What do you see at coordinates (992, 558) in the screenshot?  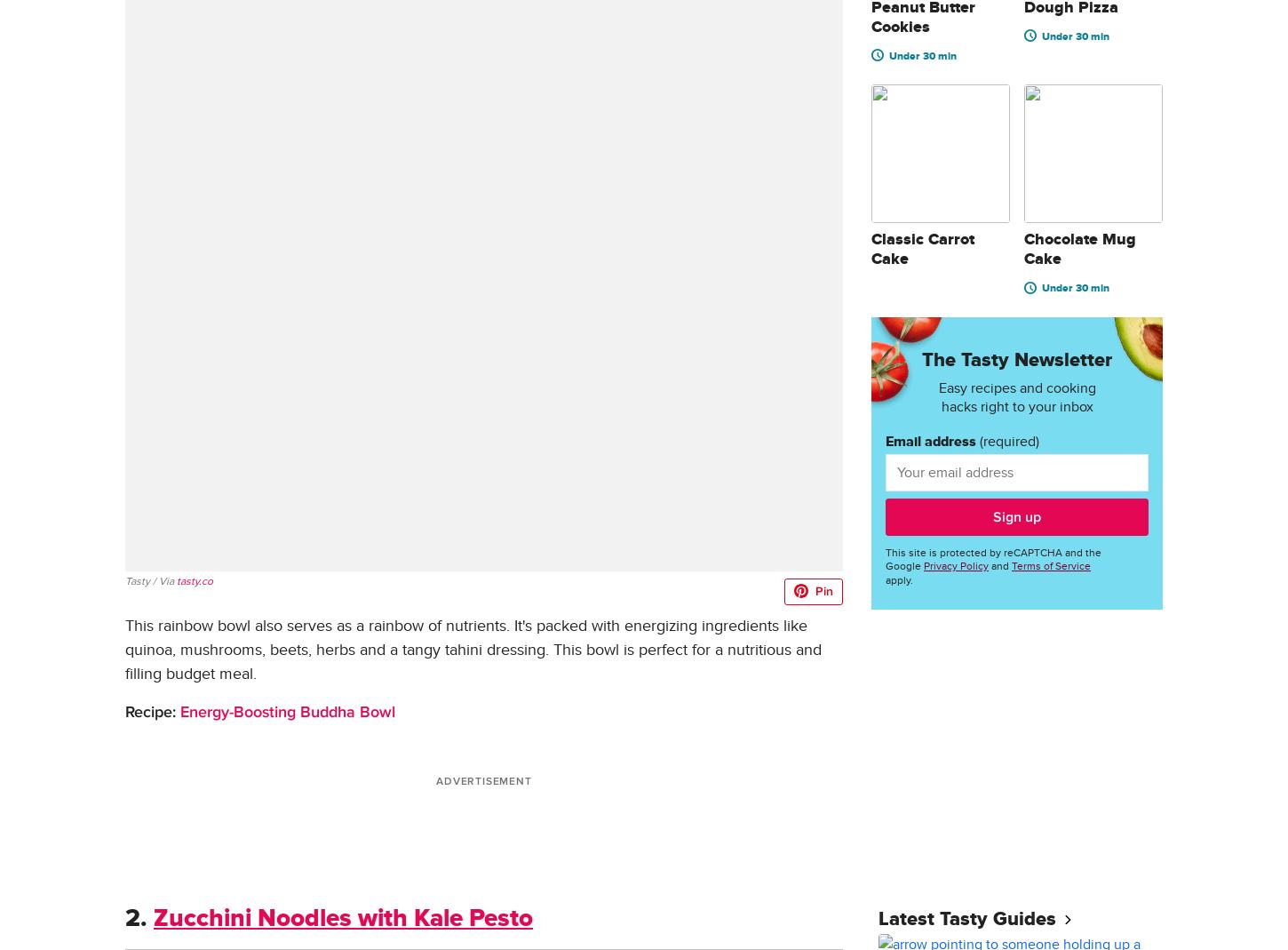 I see `'This site is protected by reCAPTCHA and the Google'` at bounding box center [992, 558].